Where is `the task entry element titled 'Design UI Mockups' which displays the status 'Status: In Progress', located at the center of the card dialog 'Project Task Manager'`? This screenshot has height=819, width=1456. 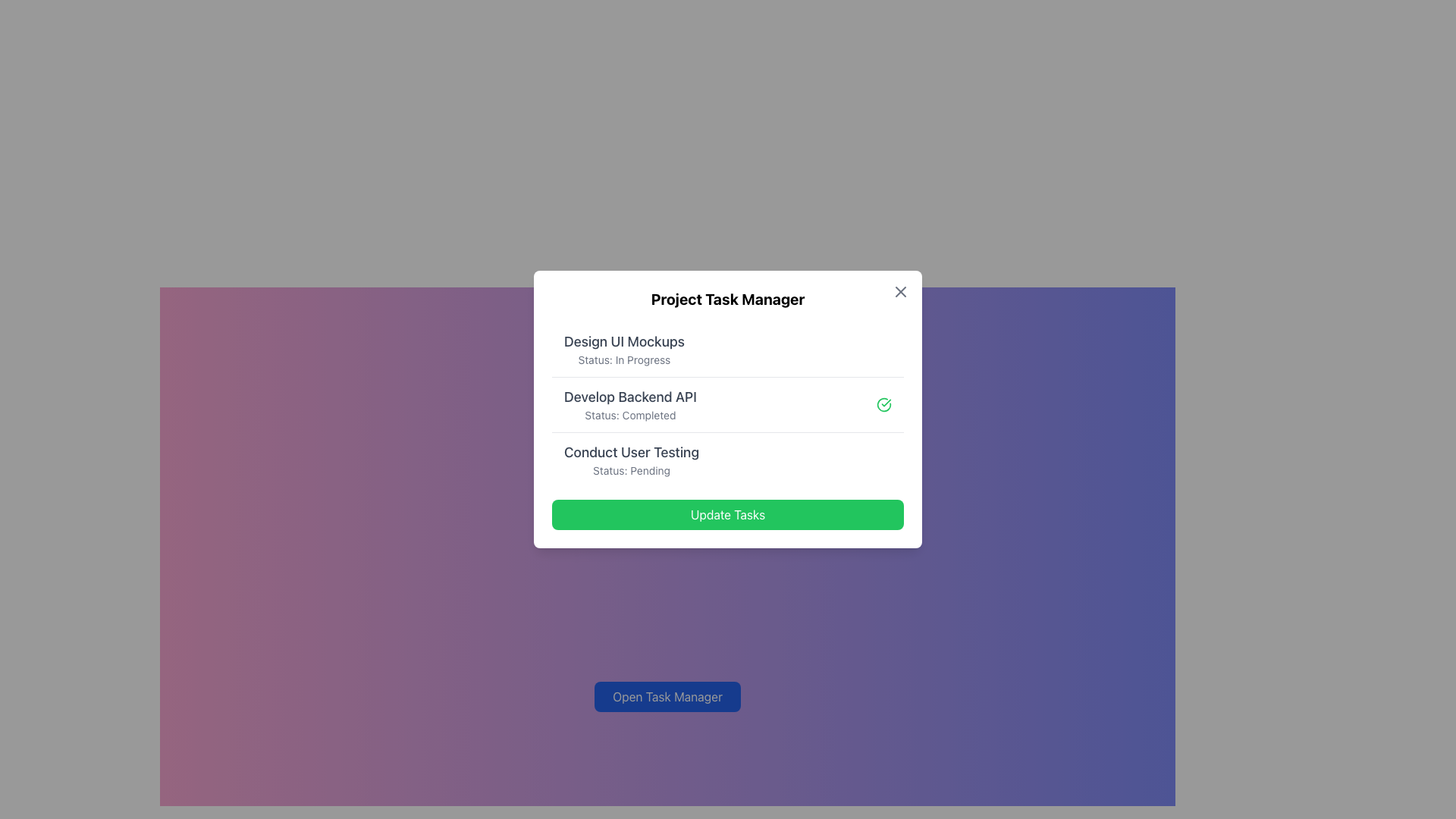 the task entry element titled 'Design UI Mockups' which displays the status 'Status: In Progress', located at the center of the card dialog 'Project Task Manager' is located at coordinates (728, 350).